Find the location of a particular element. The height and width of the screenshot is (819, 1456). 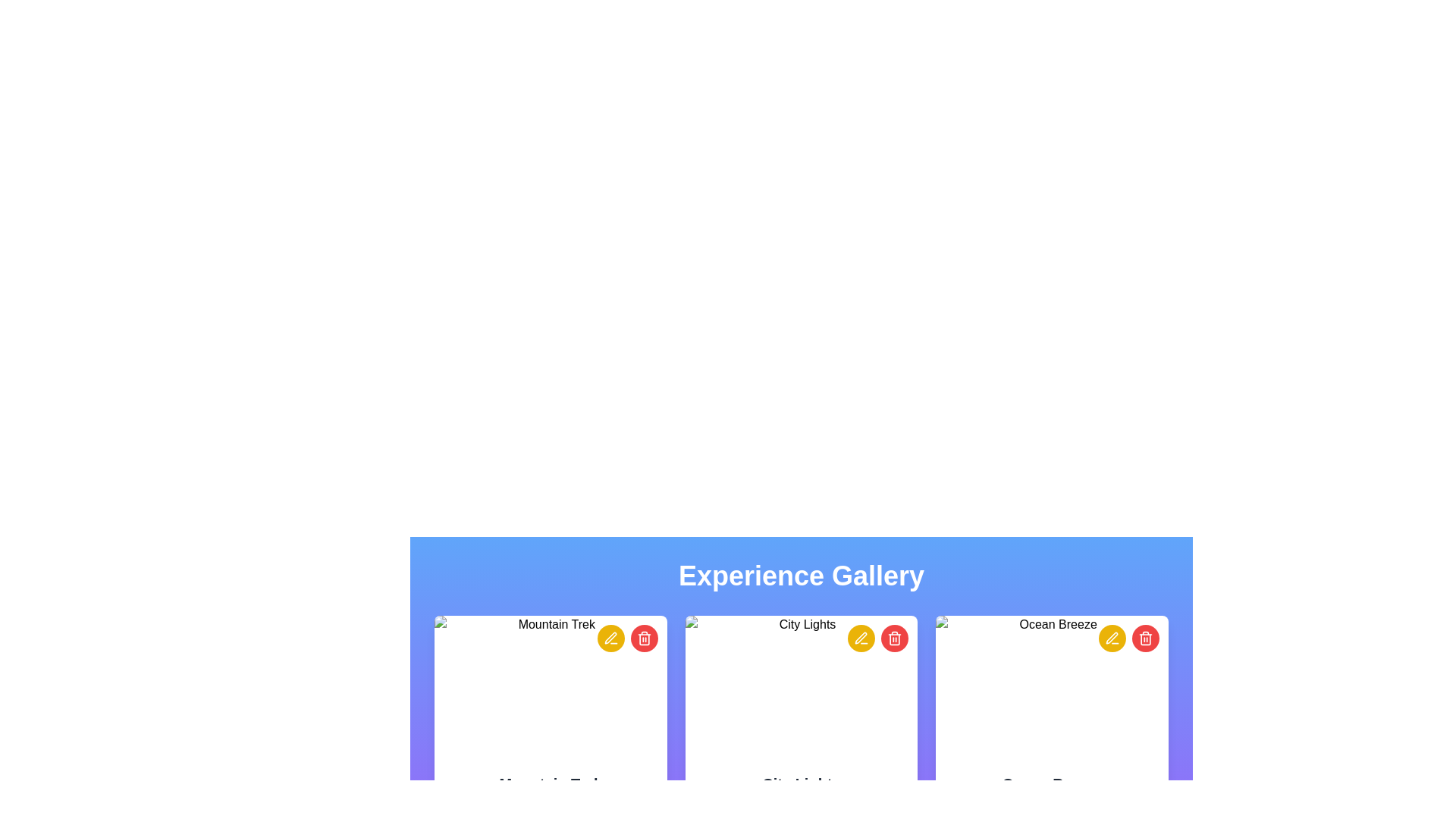

the delete button located at the top-right part of the card titled 'Ocean Breeze' is located at coordinates (1146, 638).